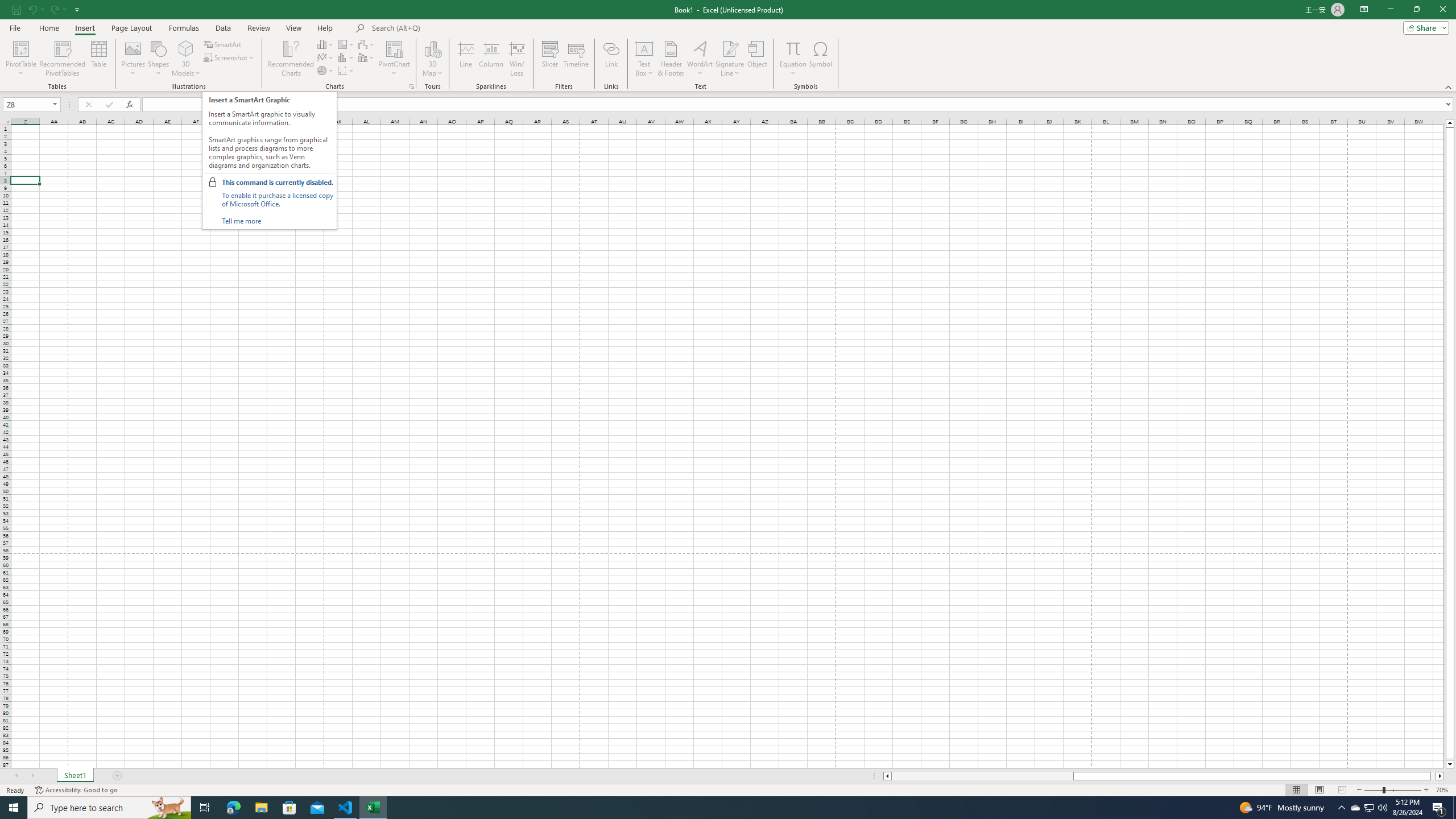 The image size is (1456, 819). What do you see at coordinates (575, 59) in the screenshot?
I see `'Timeline'` at bounding box center [575, 59].